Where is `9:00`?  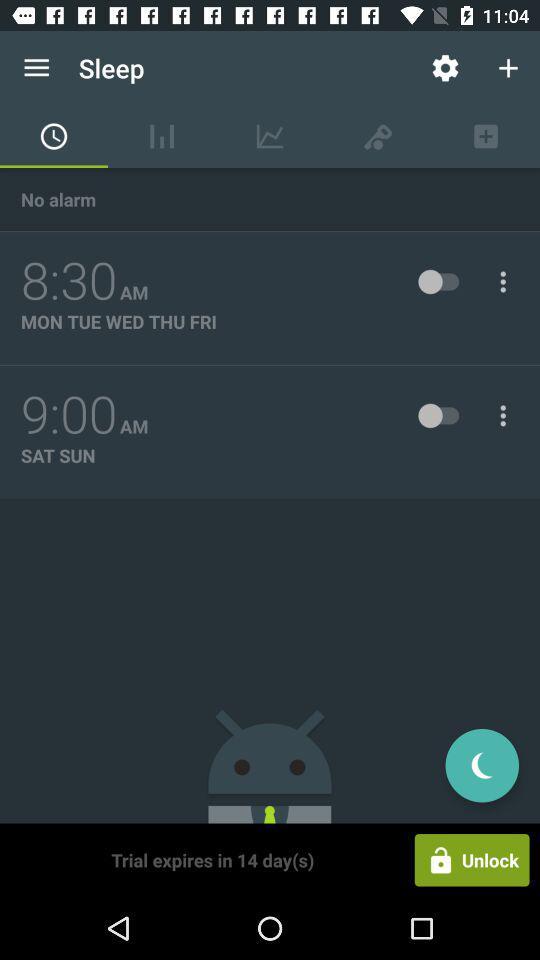
9:00 is located at coordinates (68, 414).